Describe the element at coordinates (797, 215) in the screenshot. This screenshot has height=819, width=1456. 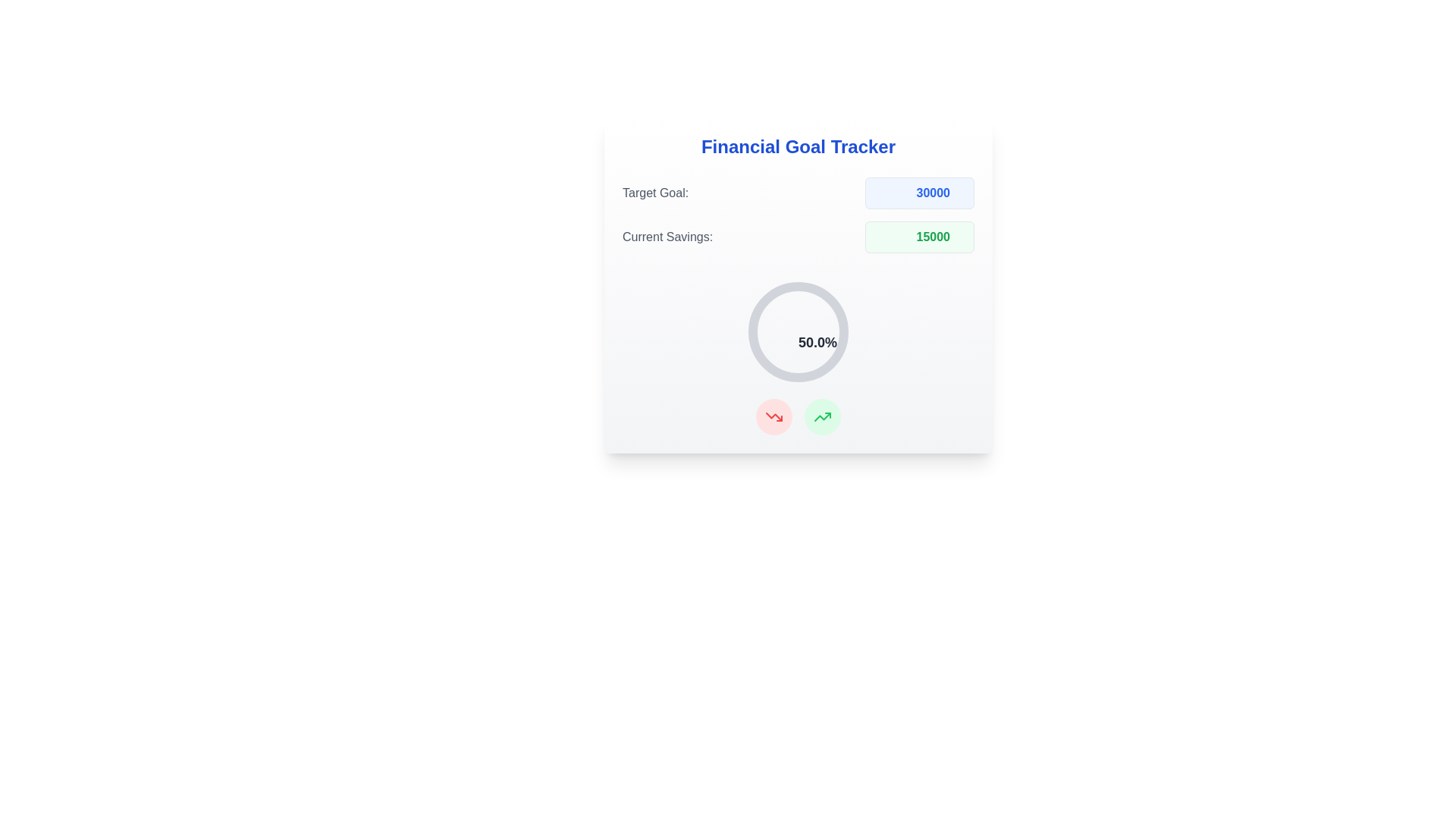
I see `the grouped component containing the 'Target Goal' and 'Current Savings' input fields within the 'Financial Goal Tracker' section` at that location.